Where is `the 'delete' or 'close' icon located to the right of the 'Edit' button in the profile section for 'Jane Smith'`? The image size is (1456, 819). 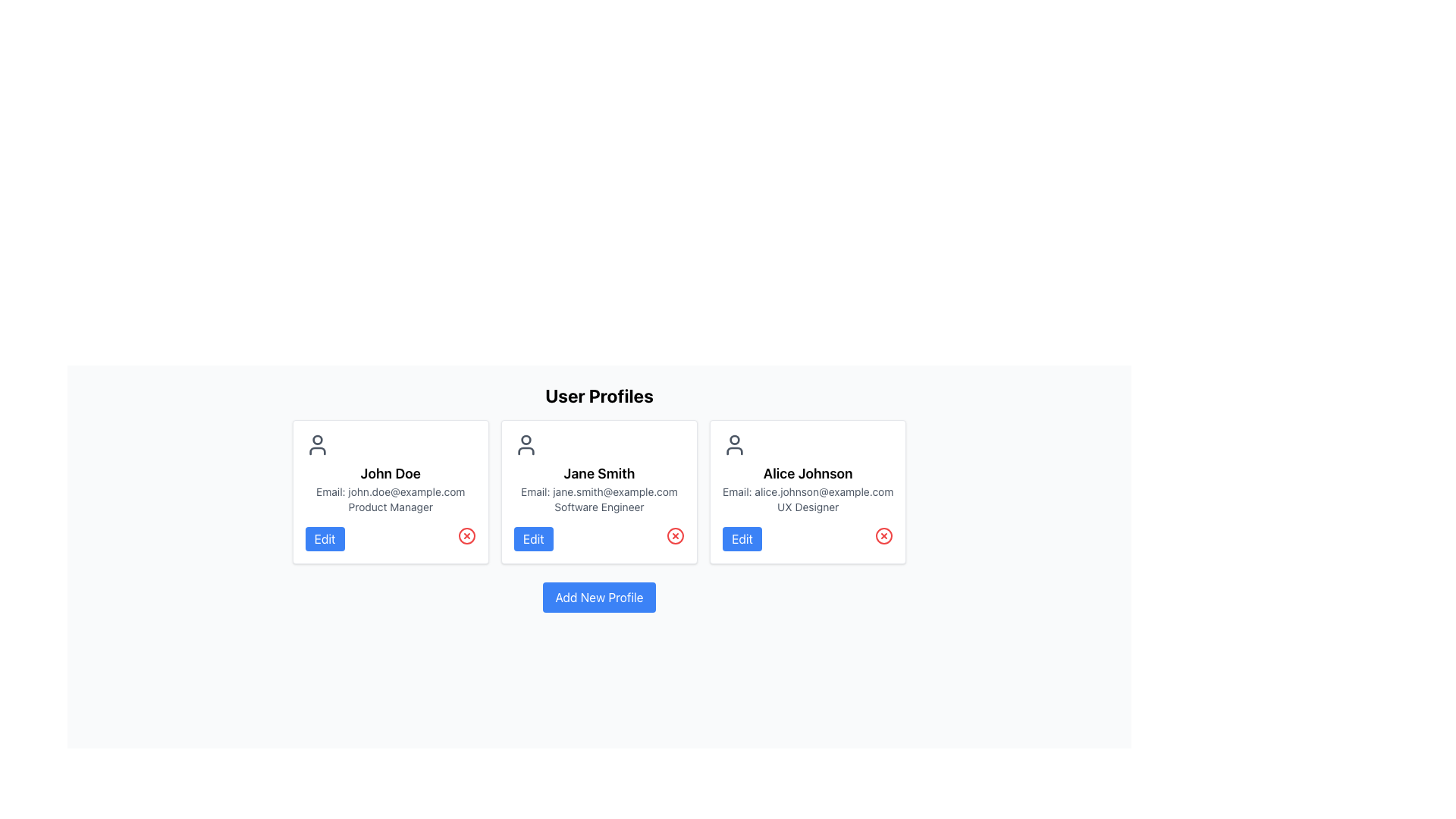 the 'delete' or 'close' icon located to the right of the 'Edit' button in the profile section for 'Jane Smith' is located at coordinates (675, 535).